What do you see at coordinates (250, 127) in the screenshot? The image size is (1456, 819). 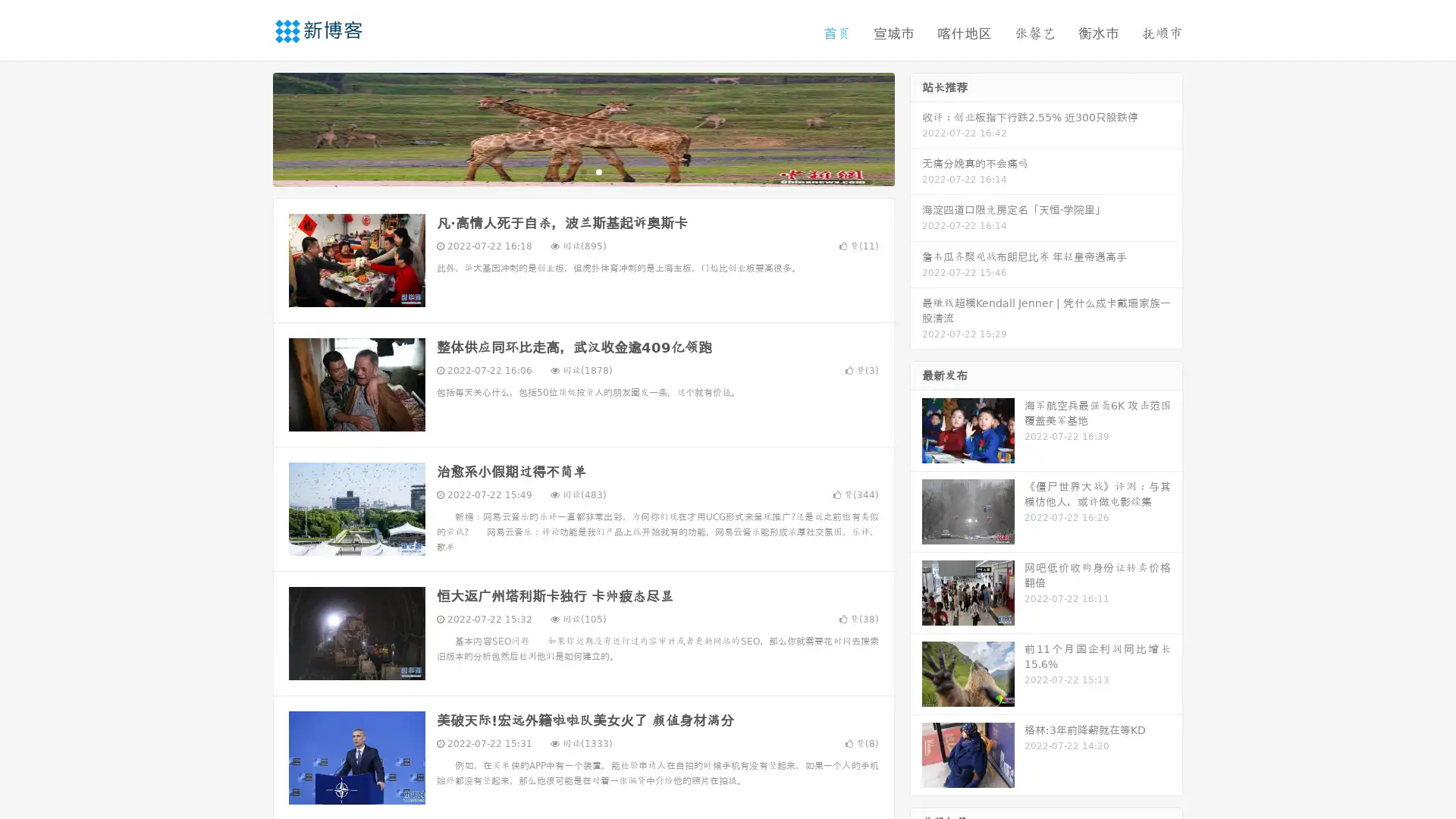 I see `Previous slide` at bounding box center [250, 127].